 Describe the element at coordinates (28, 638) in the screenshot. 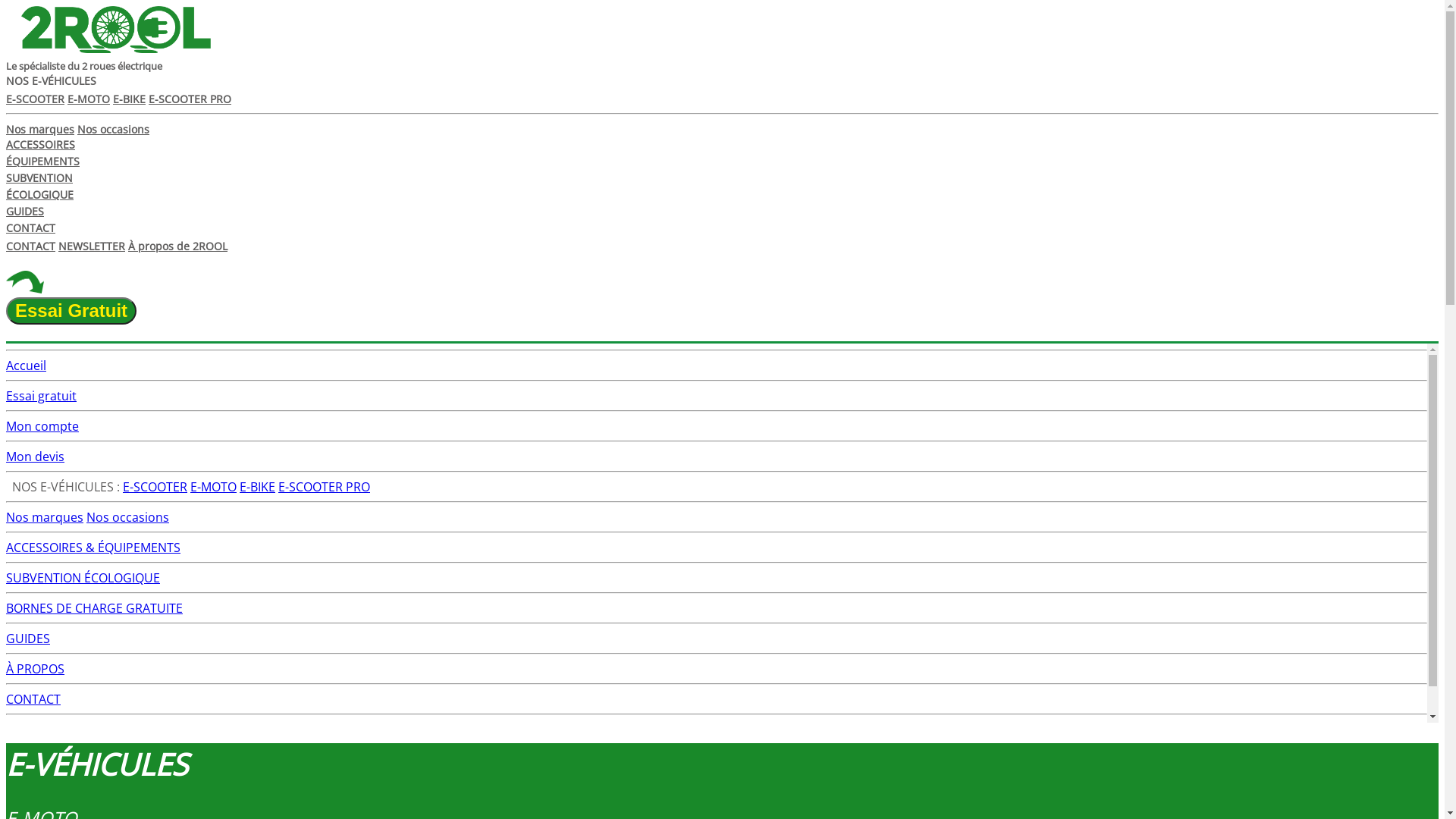

I see `'GUIDES'` at that location.